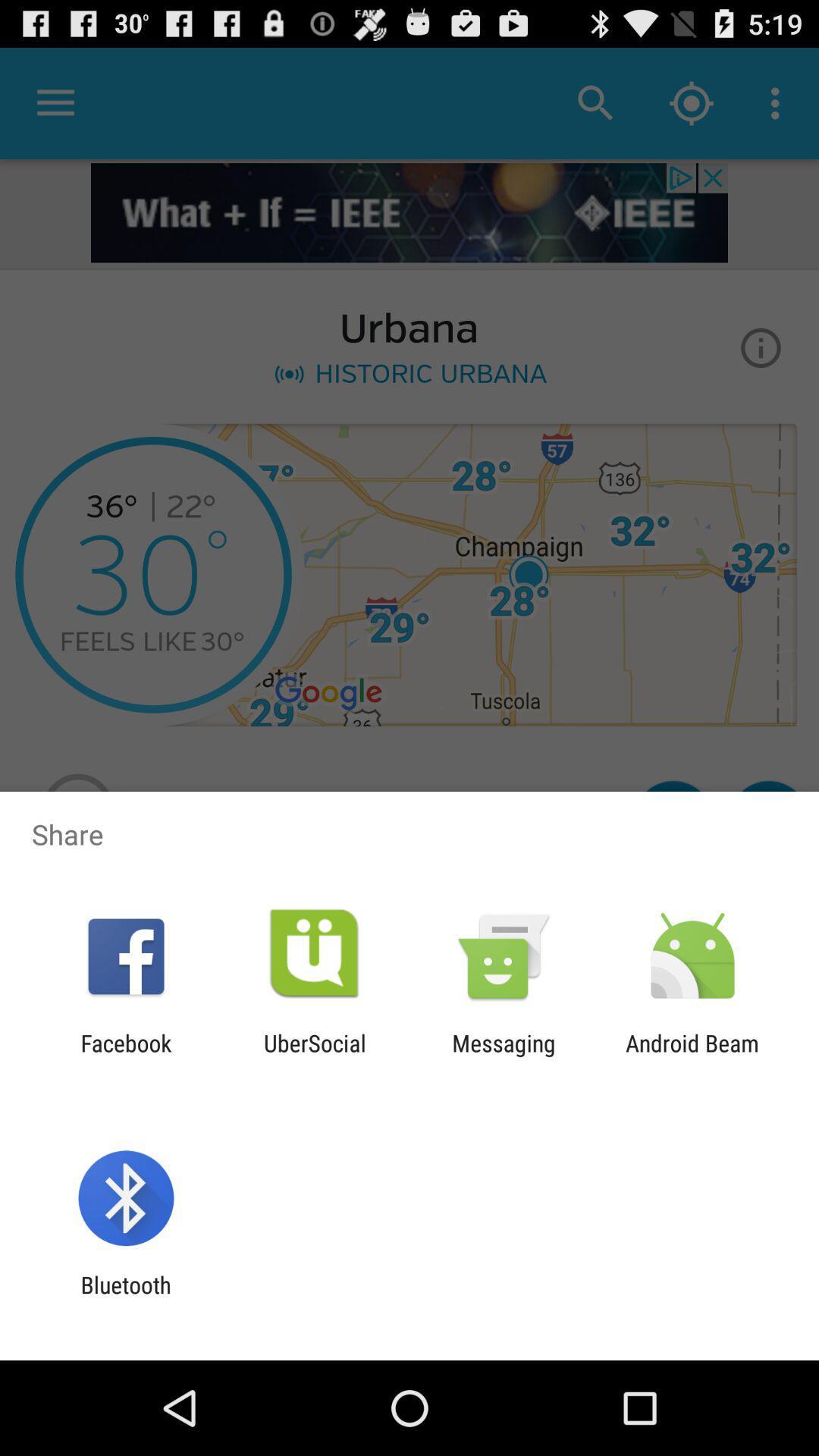 The width and height of the screenshot is (819, 1456). What do you see at coordinates (504, 1056) in the screenshot?
I see `item next to ubersocial app` at bounding box center [504, 1056].